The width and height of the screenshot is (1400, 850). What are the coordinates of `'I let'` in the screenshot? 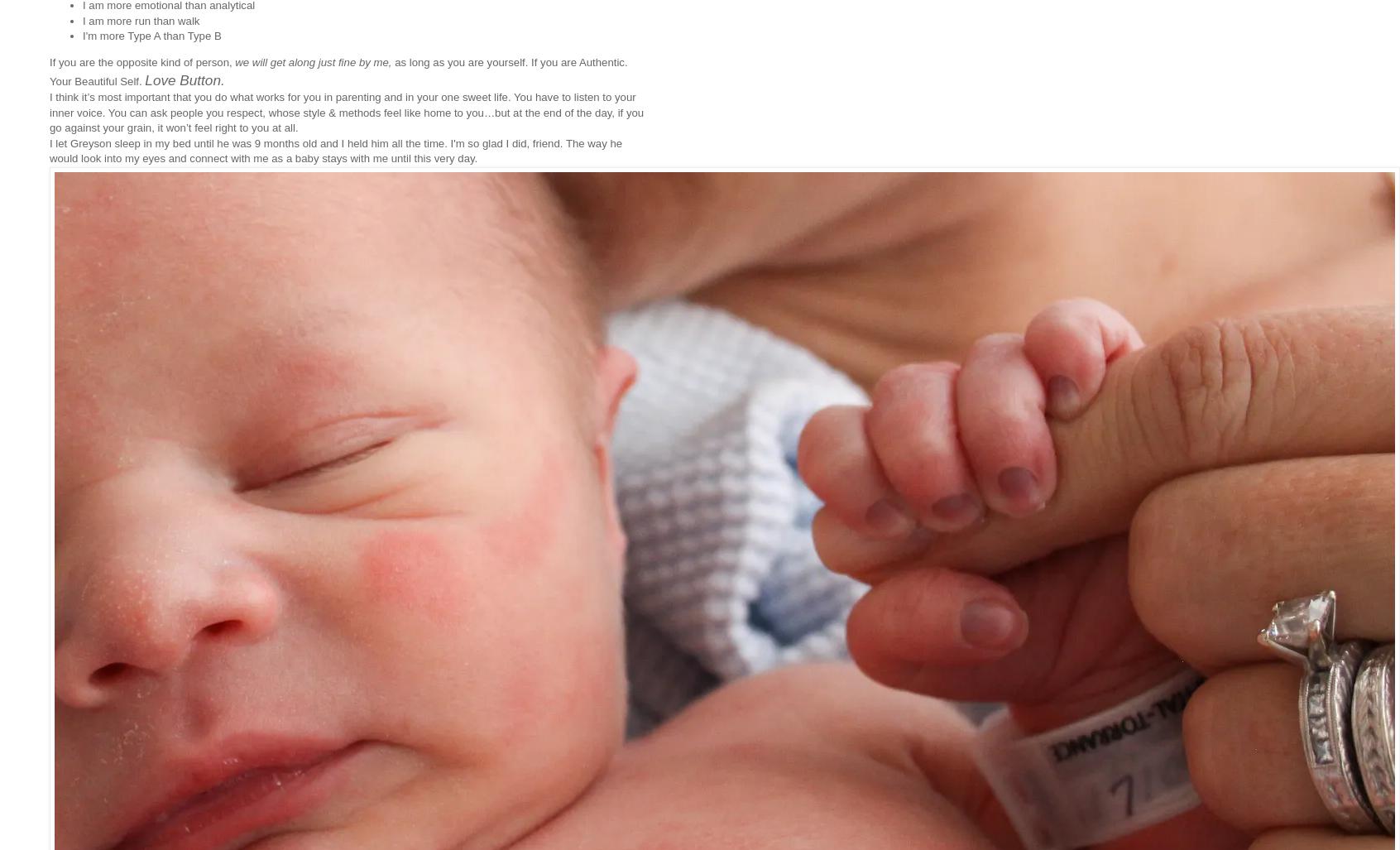 It's located at (60, 142).